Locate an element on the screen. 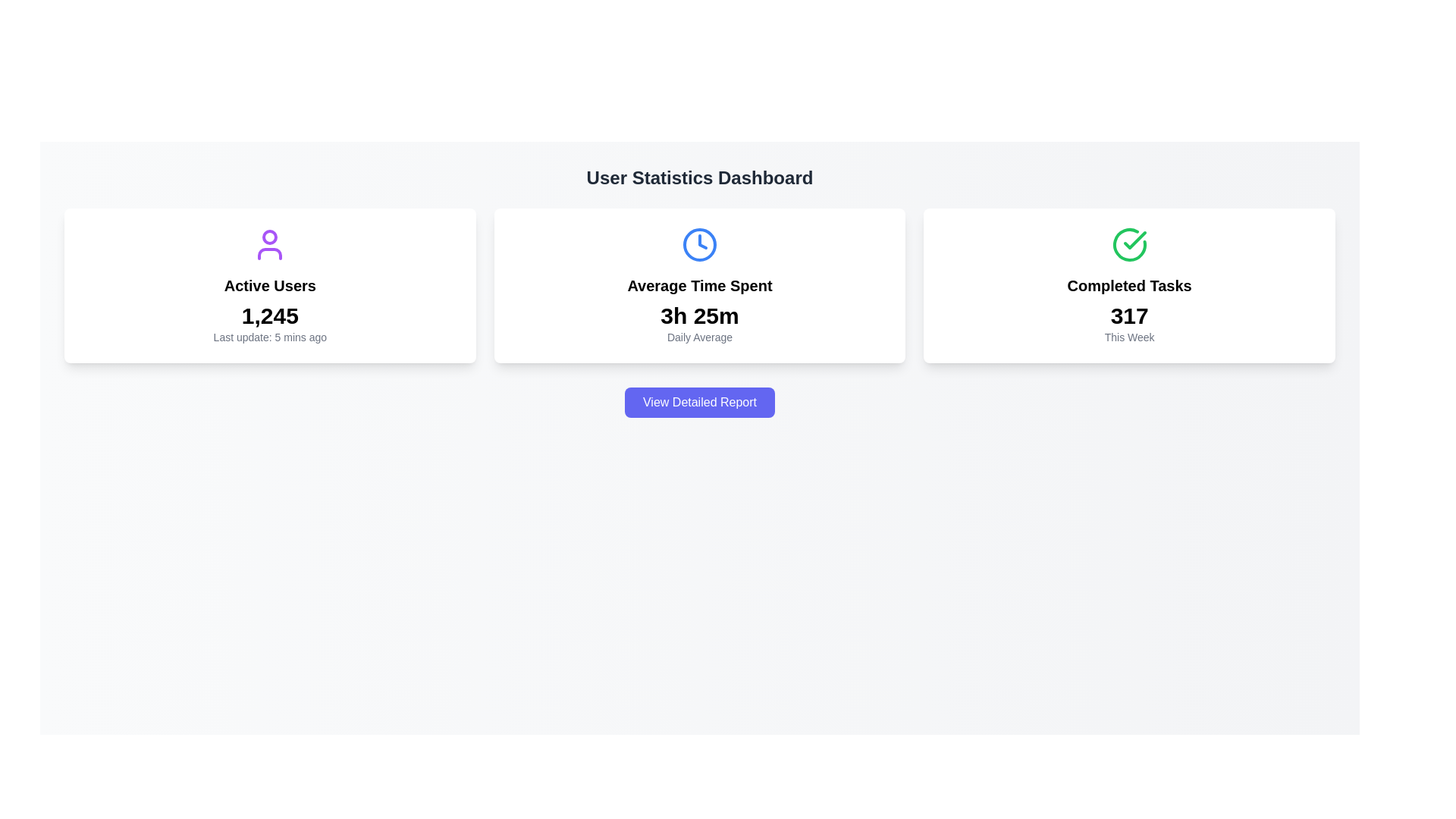 This screenshot has height=819, width=1456. the text label displaying 'This Week', which is styled in a small, gray font and located directly beneath the number '317' on the card interface is located at coordinates (1129, 336).